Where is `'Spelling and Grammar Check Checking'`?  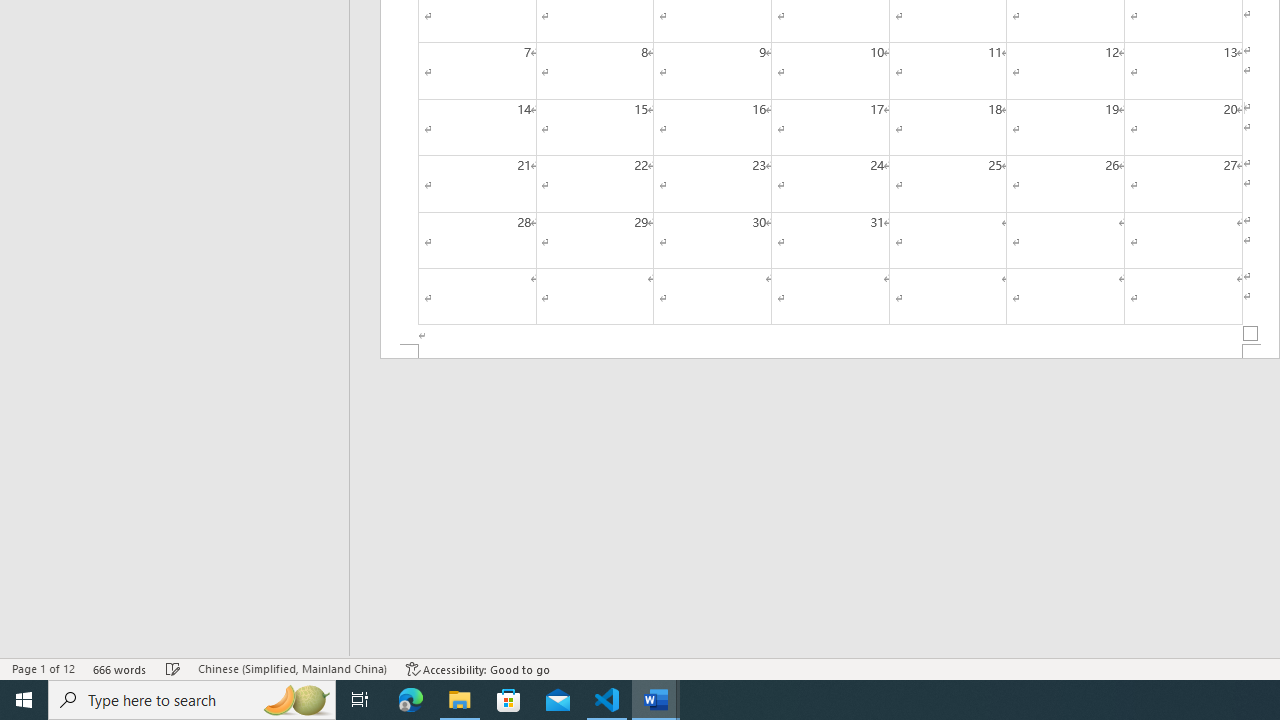
'Spelling and Grammar Check Checking' is located at coordinates (173, 669).